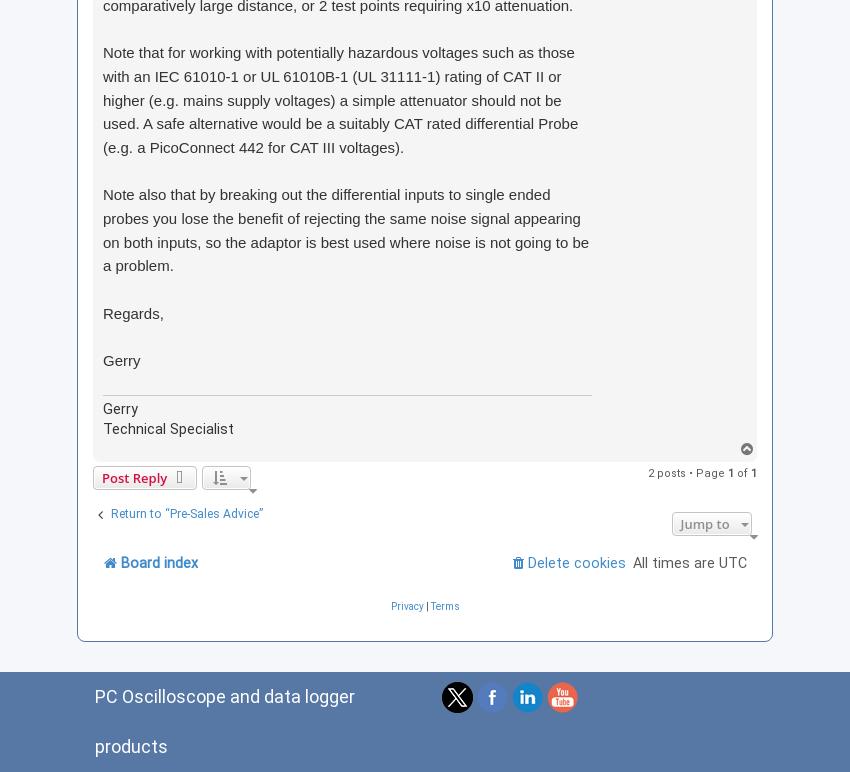 The width and height of the screenshot is (850, 772). What do you see at coordinates (345, 228) in the screenshot?
I see `'Note also that by breaking out the differential inputs to single ended probes you lose the benefit of rejecting the same noise signal appearing on both inputs, so the adaptor is best used where noise is not going to be a problem.'` at bounding box center [345, 228].